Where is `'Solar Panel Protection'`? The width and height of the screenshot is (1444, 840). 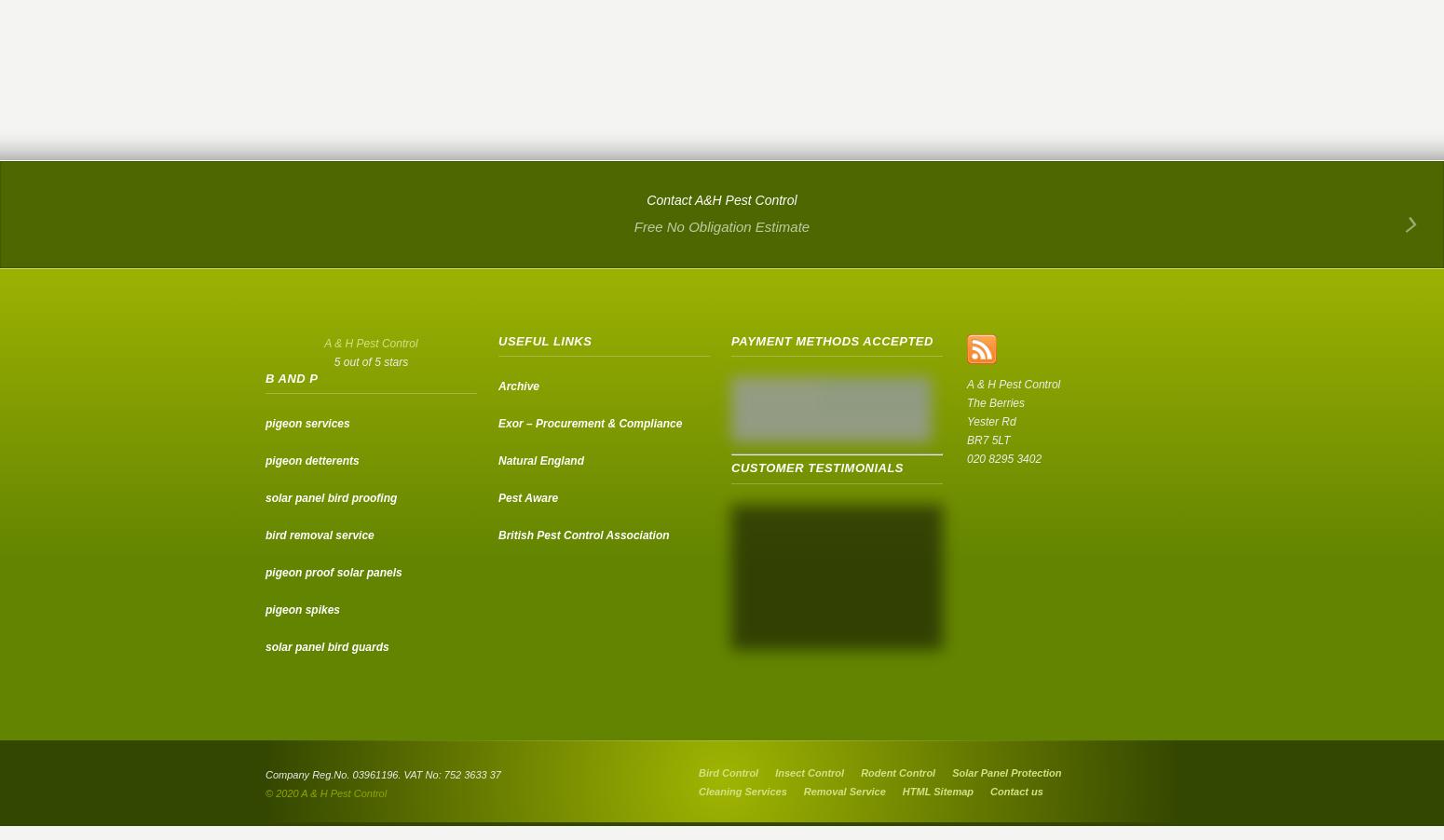
'Solar Panel Protection' is located at coordinates (1006, 773).